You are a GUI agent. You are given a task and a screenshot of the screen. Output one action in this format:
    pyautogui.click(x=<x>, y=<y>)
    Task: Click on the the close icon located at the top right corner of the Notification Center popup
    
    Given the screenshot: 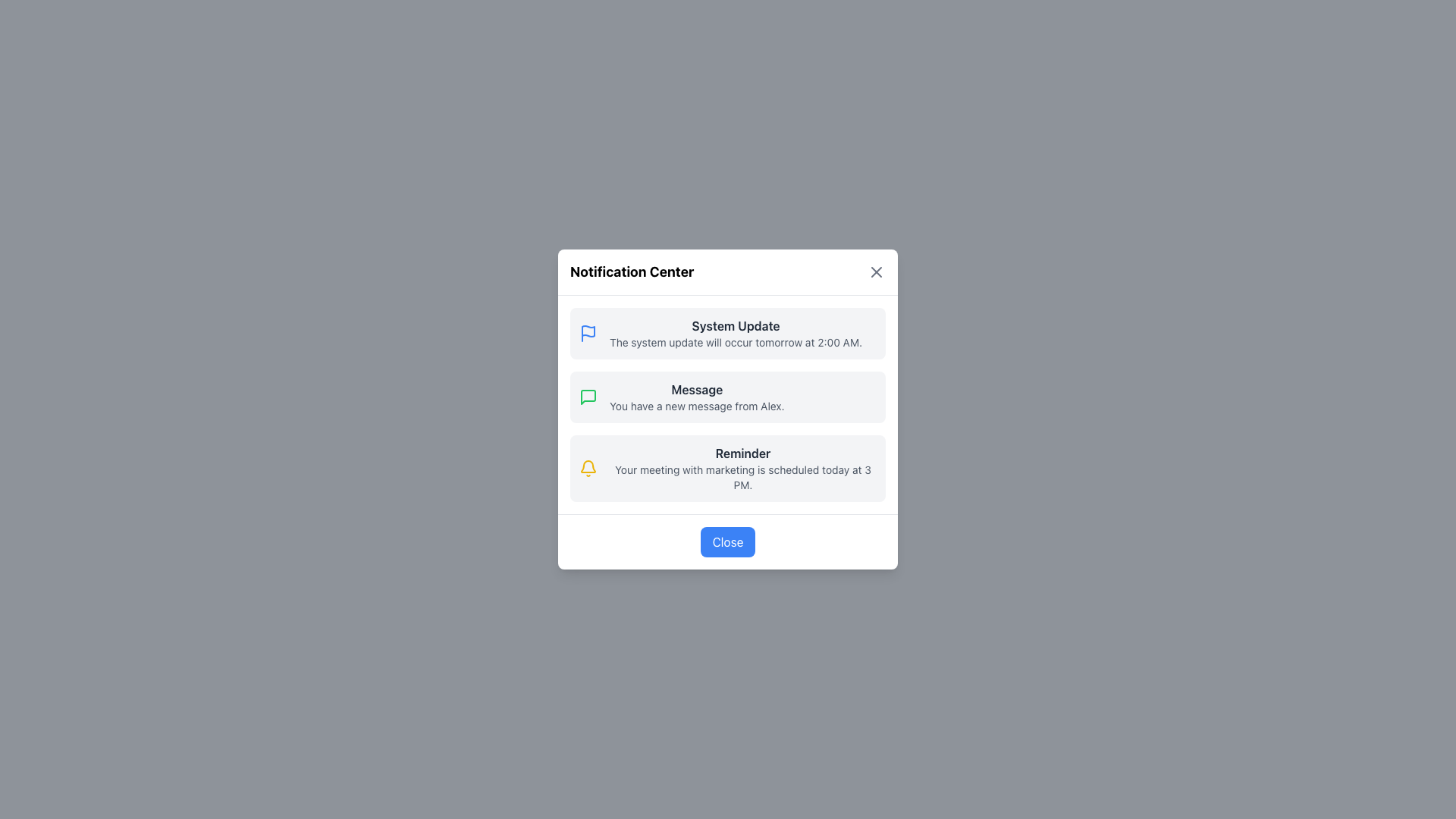 What is the action you would take?
    pyautogui.click(x=877, y=271)
    